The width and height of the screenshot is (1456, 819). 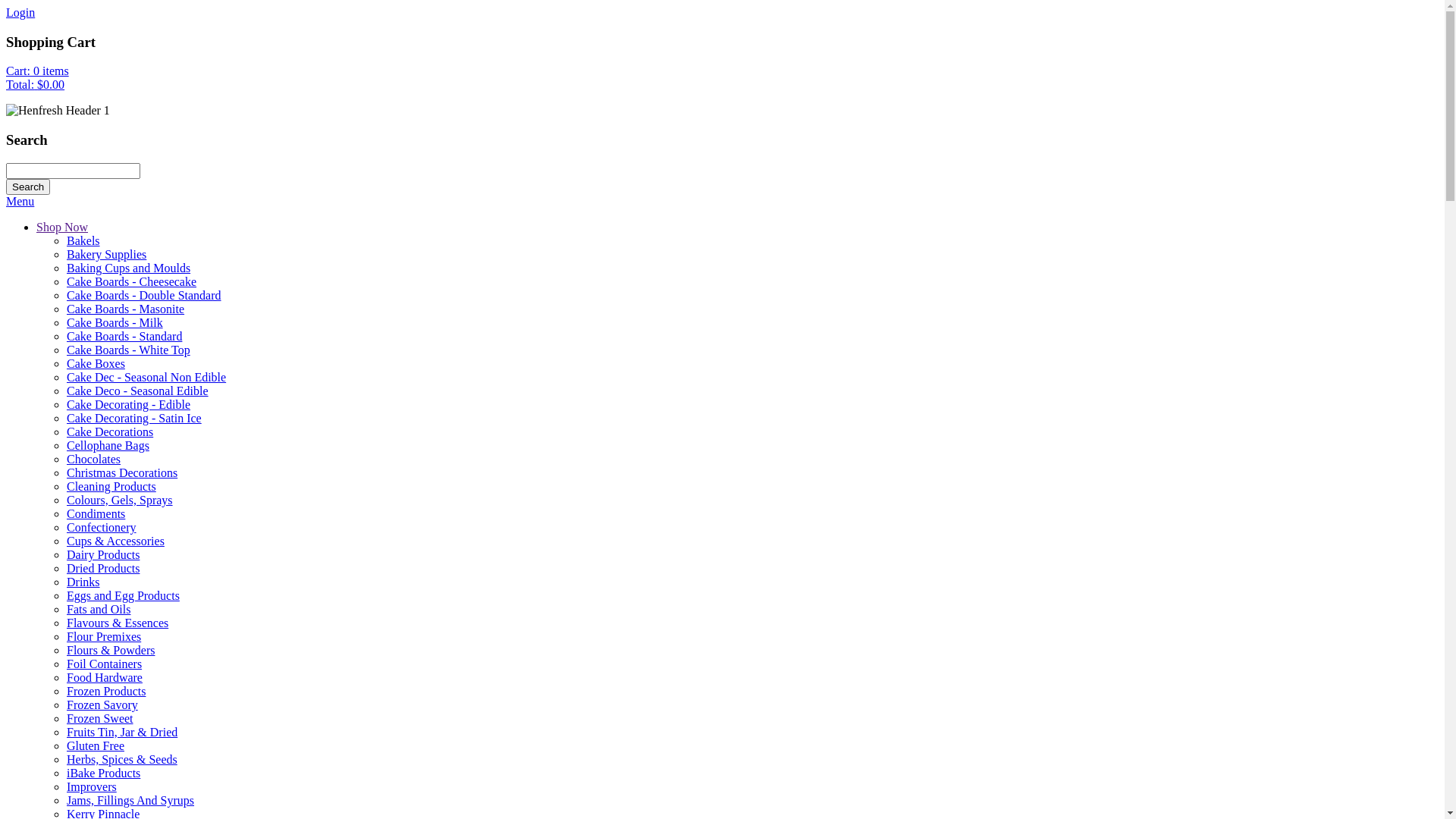 What do you see at coordinates (83, 240) in the screenshot?
I see `'Bakels'` at bounding box center [83, 240].